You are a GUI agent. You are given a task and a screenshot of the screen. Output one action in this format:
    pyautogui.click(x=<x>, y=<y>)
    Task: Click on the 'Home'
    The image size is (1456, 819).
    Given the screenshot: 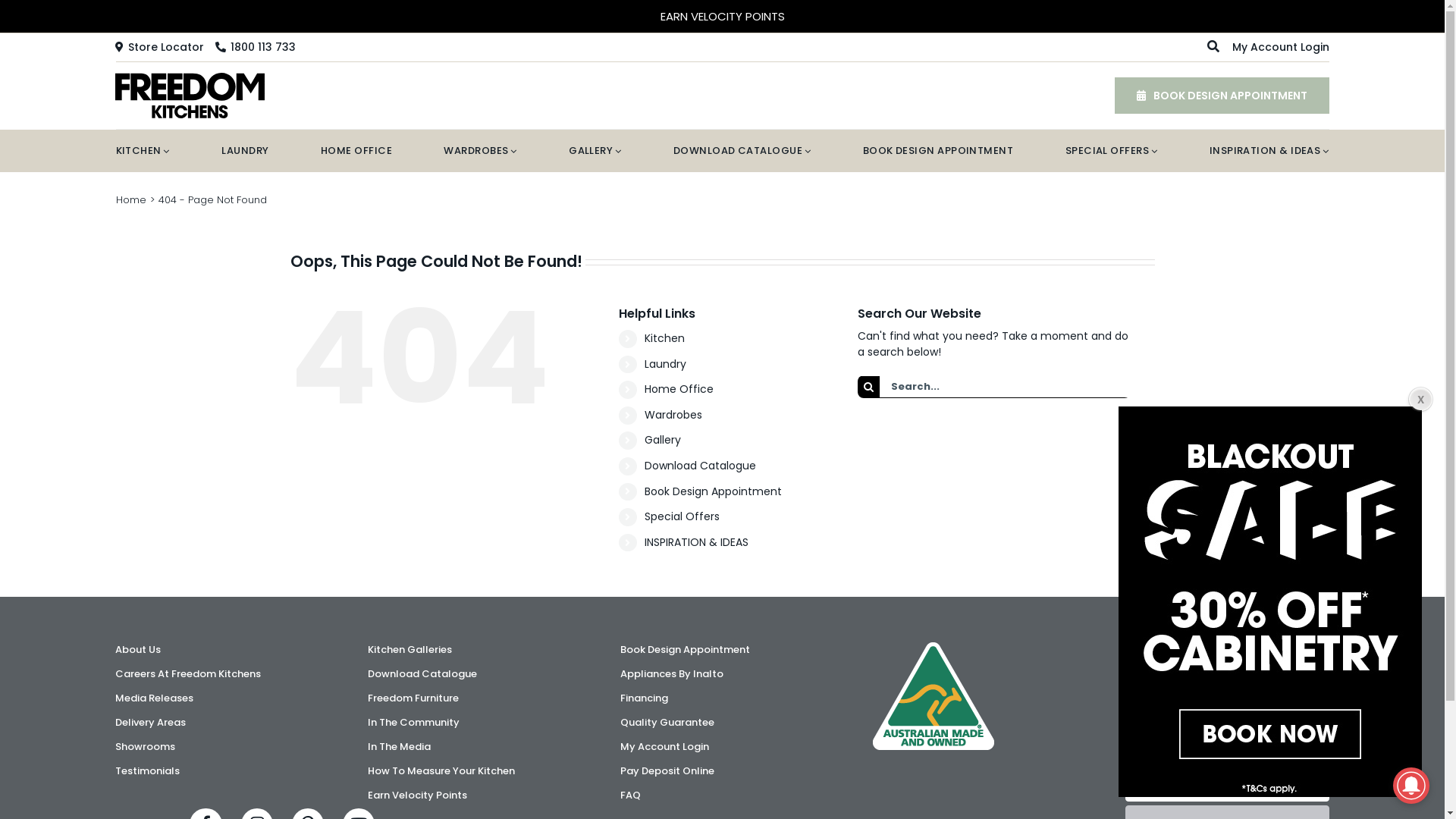 What is the action you would take?
    pyautogui.click(x=130, y=199)
    